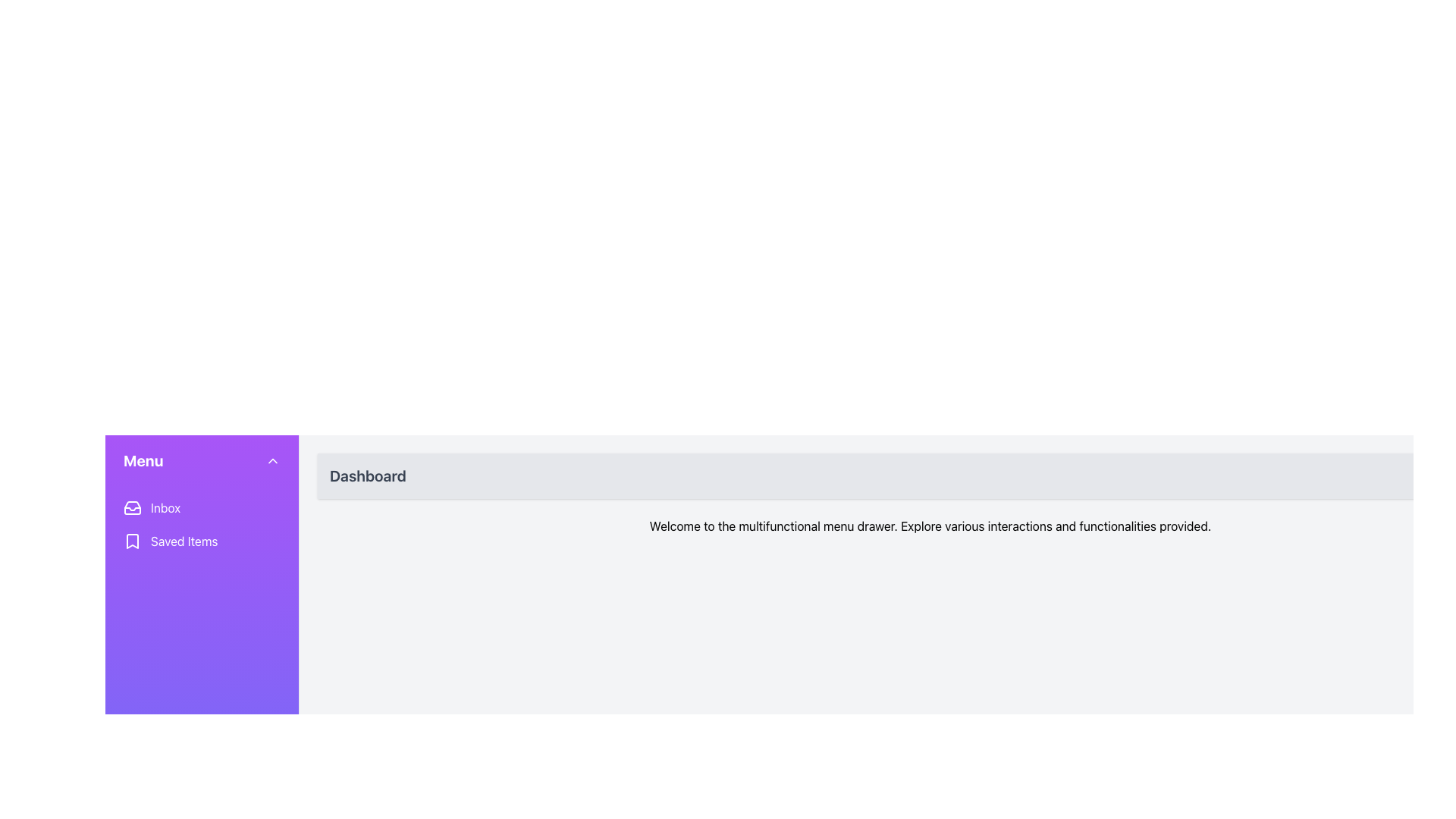  I want to click on the 'Dashboard' text label which is styled in bold, large dark gray font located at the top center of the main content area, so click(368, 475).